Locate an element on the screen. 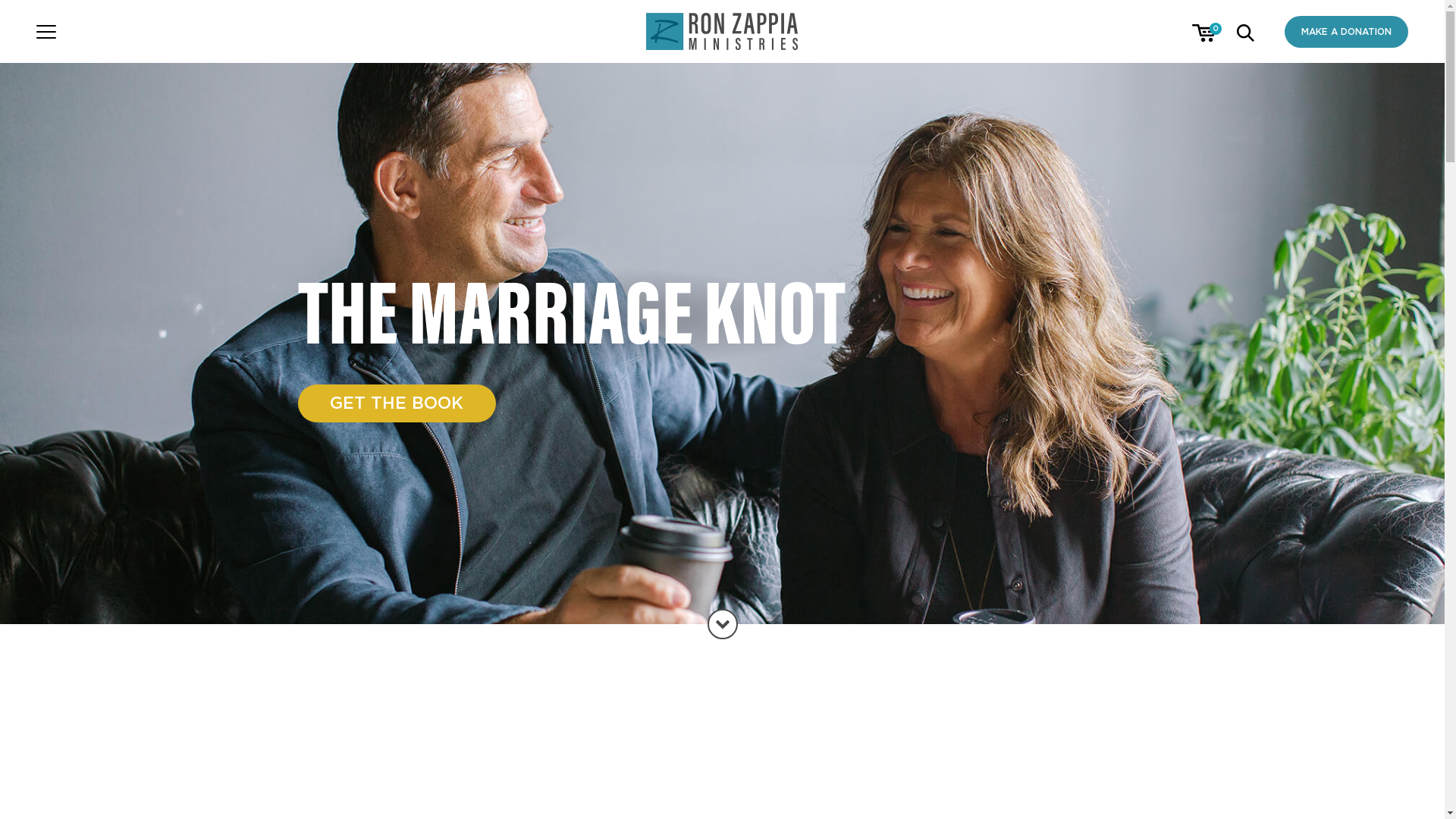 This screenshot has width=1456, height=819. 'MAKE A DONATION' is located at coordinates (1346, 32).